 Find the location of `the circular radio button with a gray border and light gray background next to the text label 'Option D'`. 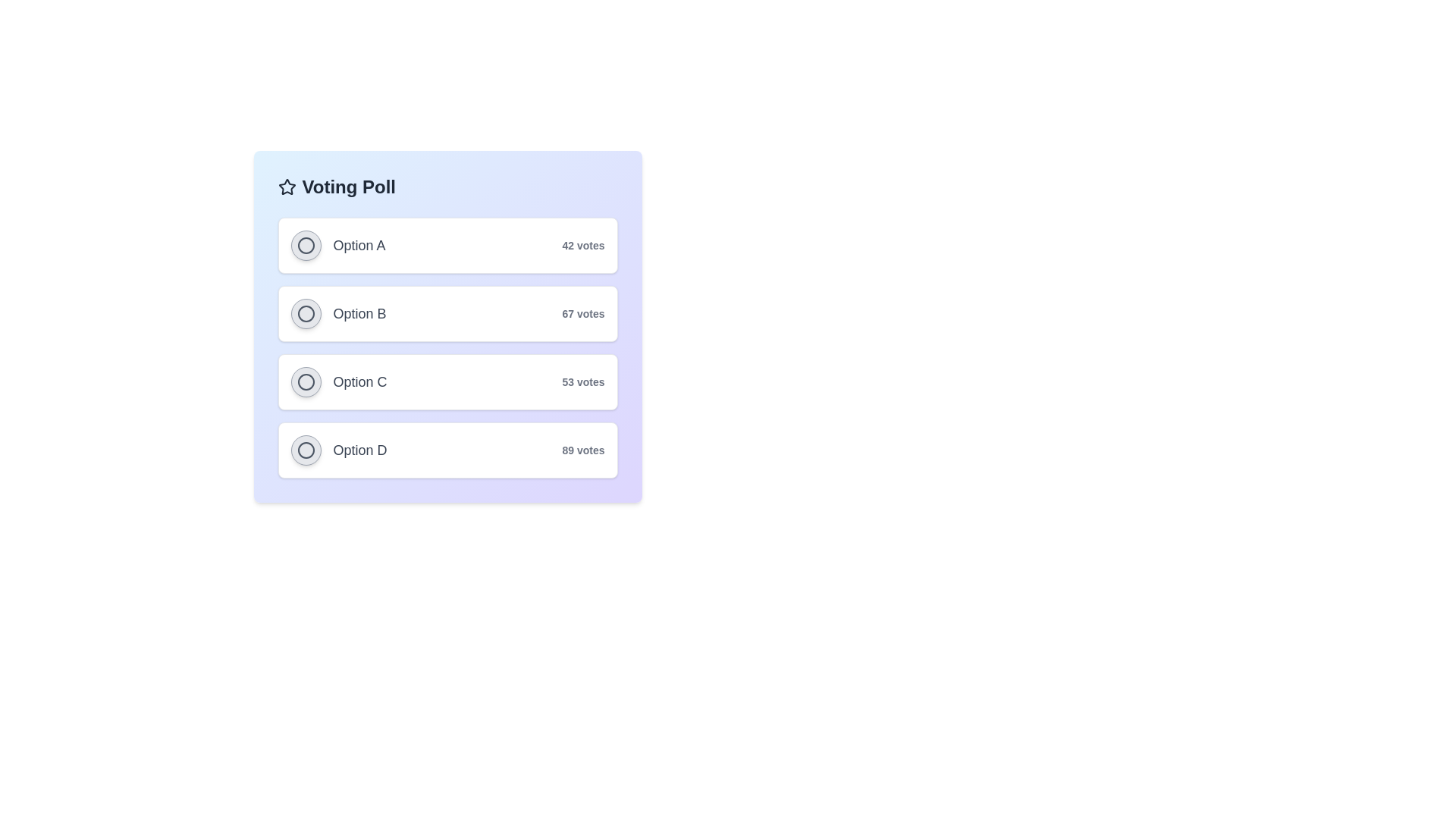

the circular radio button with a gray border and light gray background next to the text label 'Option D' is located at coordinates (305, 450).